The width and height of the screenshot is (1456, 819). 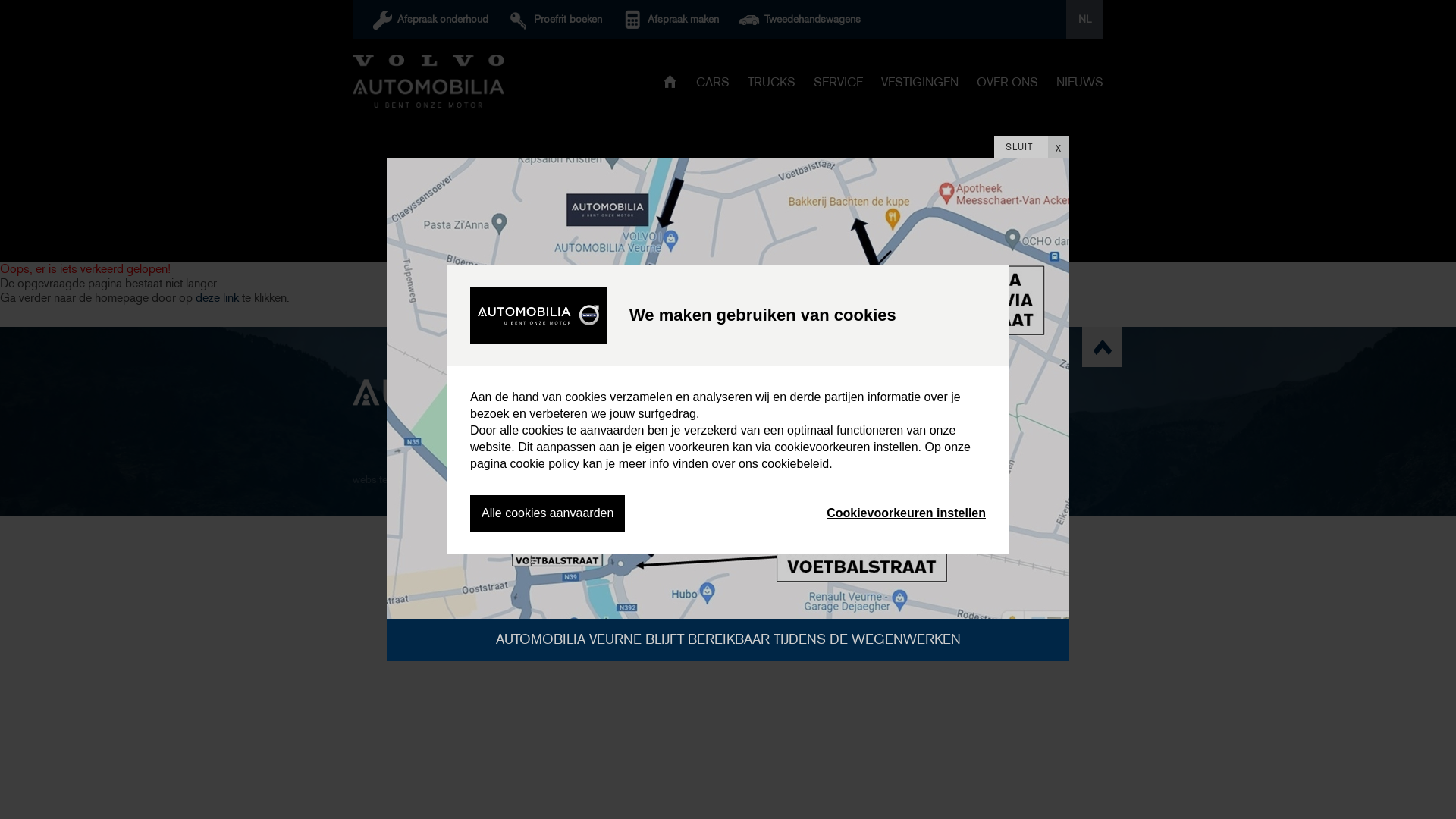 I want to click on 'SERVICE', so click(x=837, y=85).